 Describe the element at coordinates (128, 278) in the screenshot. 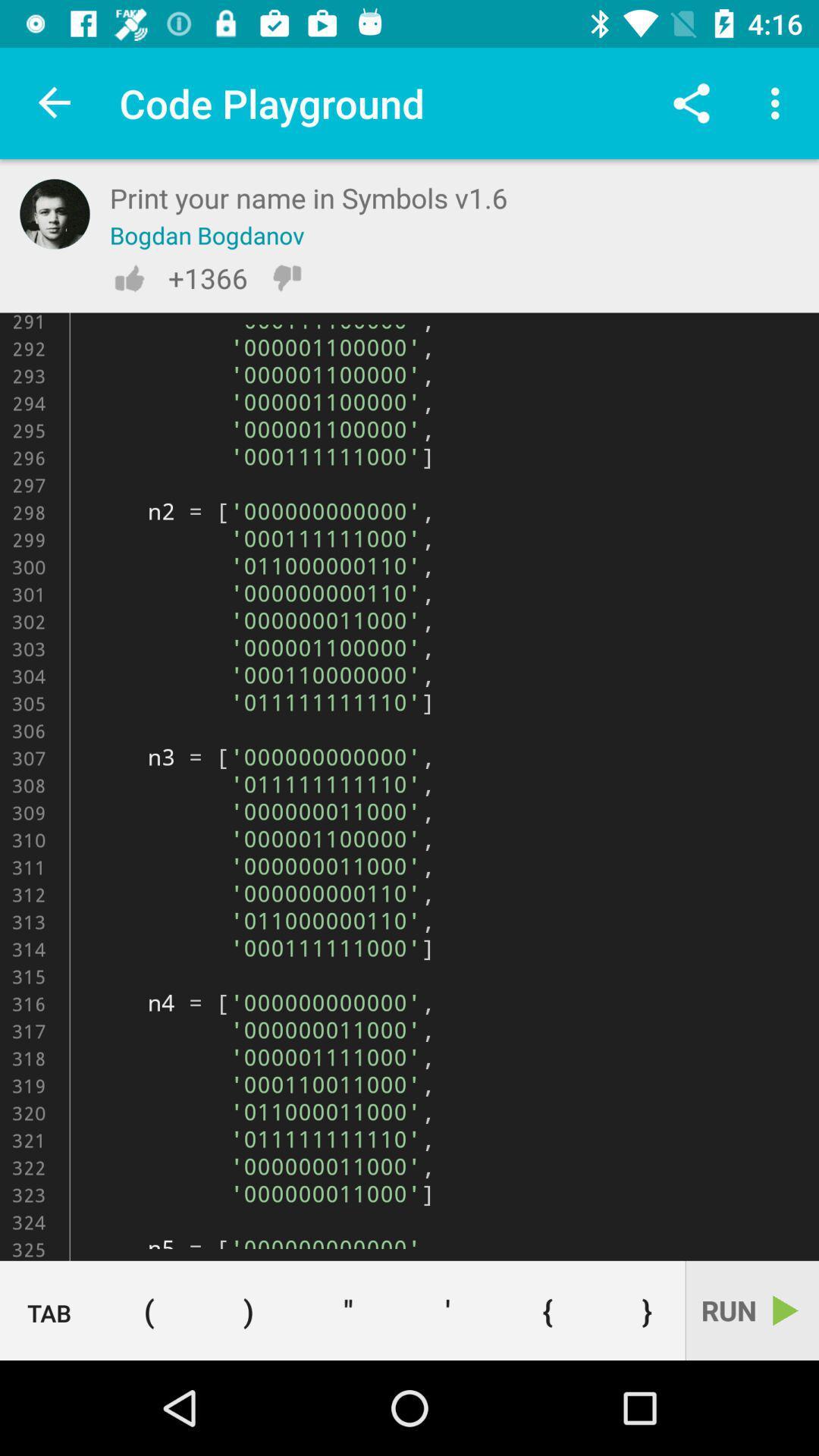

I see `like` at that location.